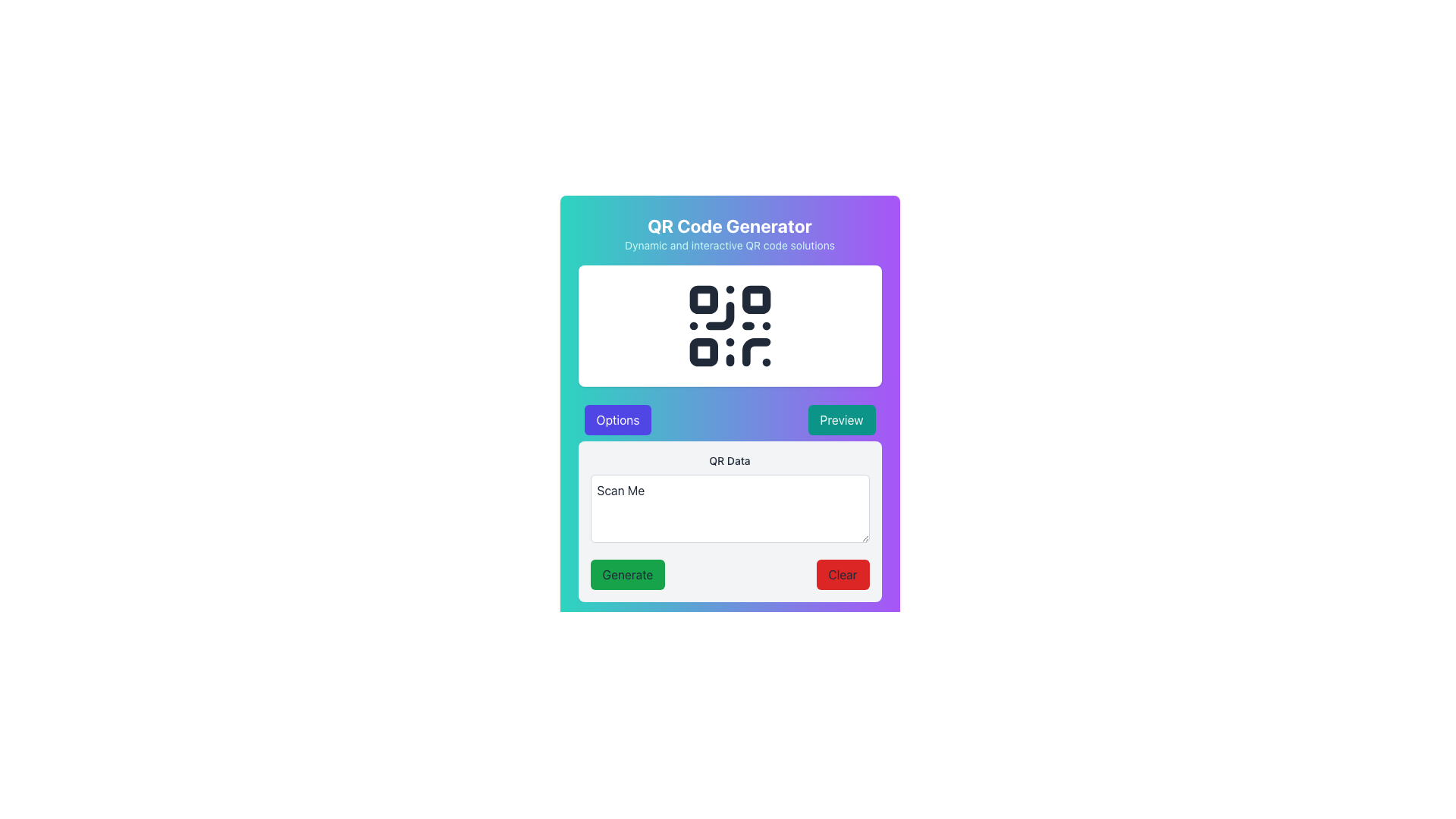 The height and width of the screenshot is (819, 1456). I want to click on the bold, large-sized heading text 'QR Code Generator' which is positioned at the top center of the layout, indicating its importance as a header, so click(730, 225).